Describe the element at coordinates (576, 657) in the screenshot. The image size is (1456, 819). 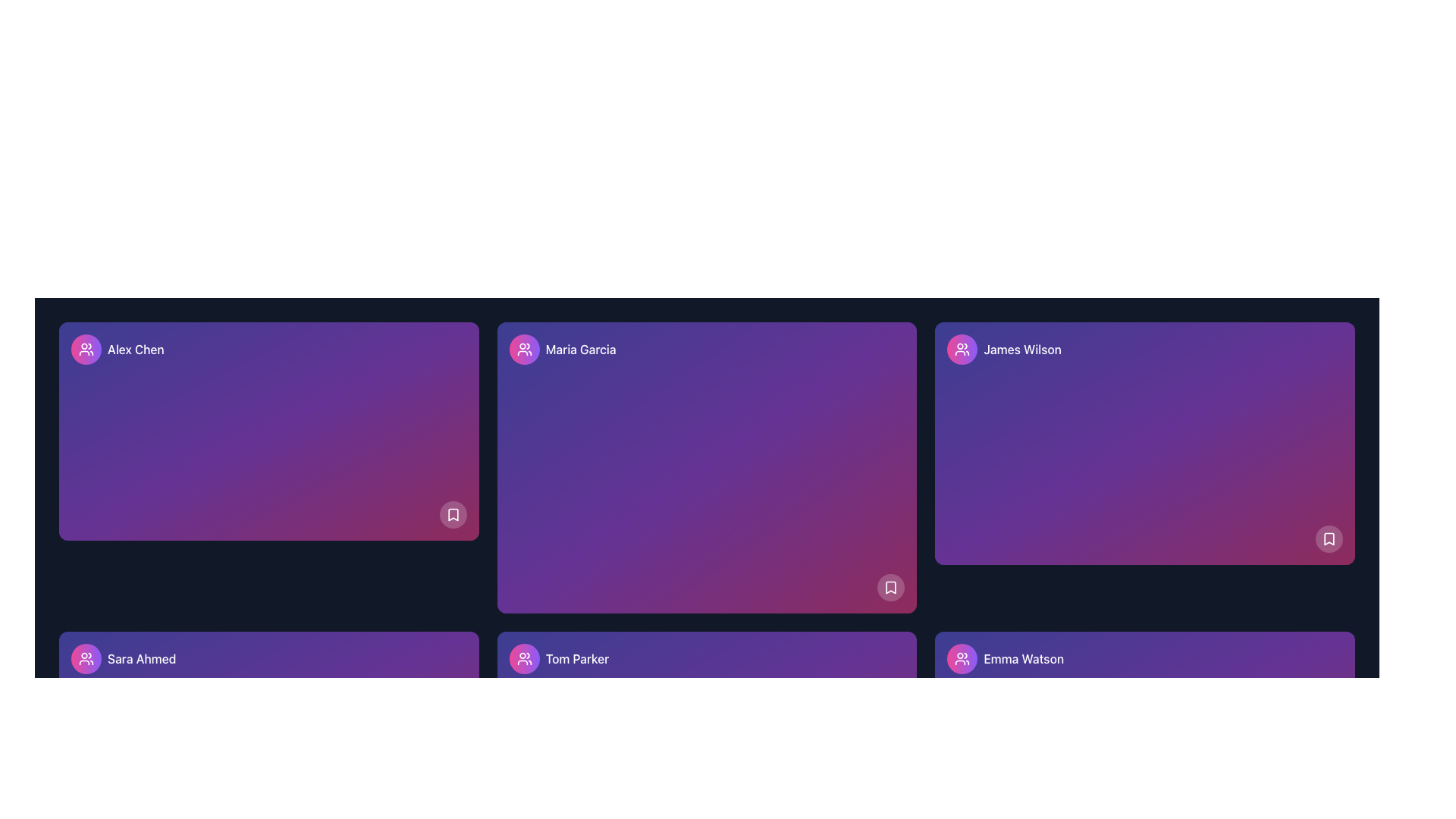
I see `the text label displaying 'Tom Parker' in white, bold styling against a violet background, located at the bottom left corner of a card` at that location.